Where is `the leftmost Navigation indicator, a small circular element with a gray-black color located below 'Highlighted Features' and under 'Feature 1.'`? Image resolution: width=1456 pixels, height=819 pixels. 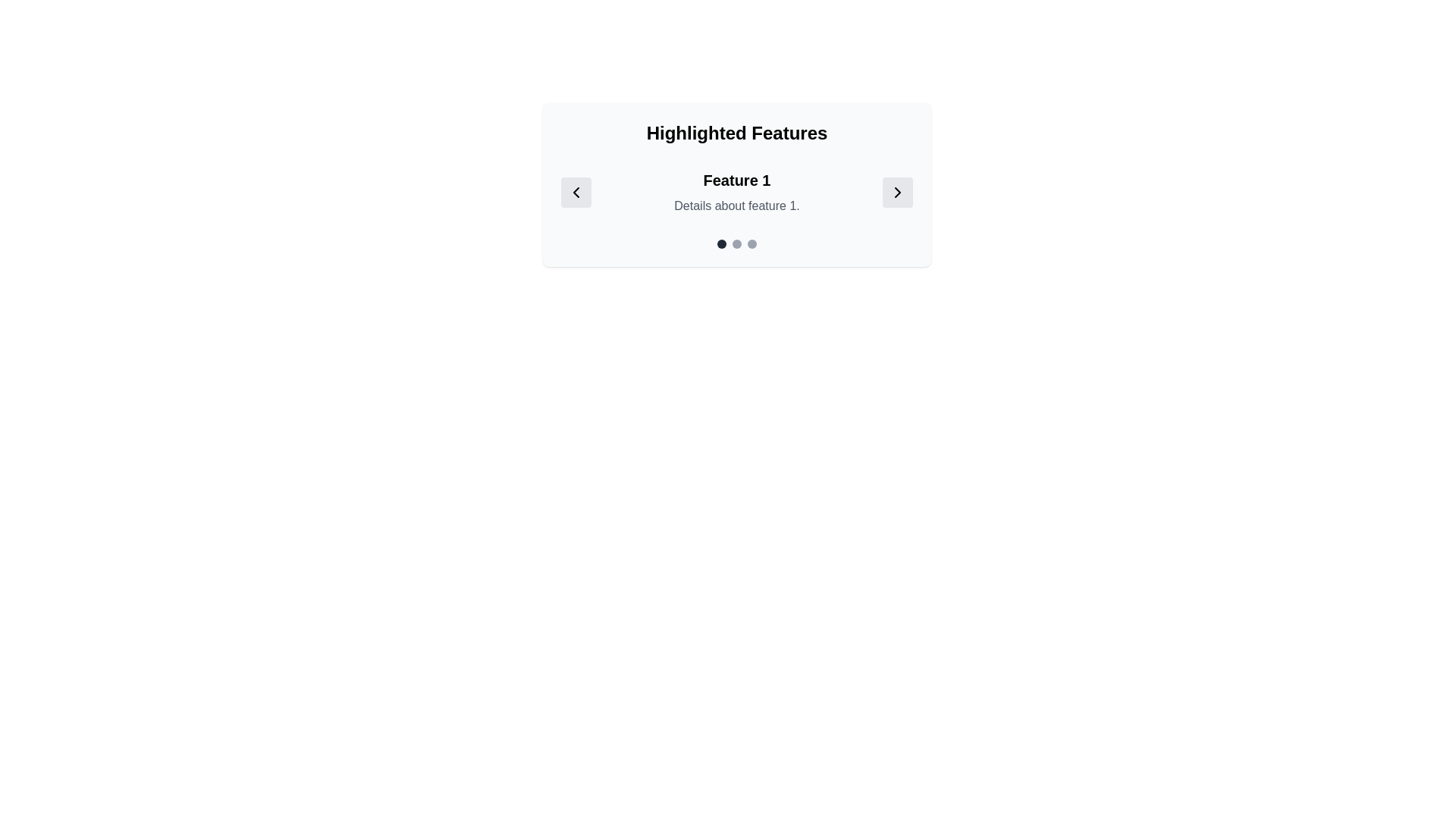
the leftmost Navigation indicator, a small circular element with a gray-black color located below 'Highlighted Features' and under 'Feature 1.' is located at coordinates (720, 243).